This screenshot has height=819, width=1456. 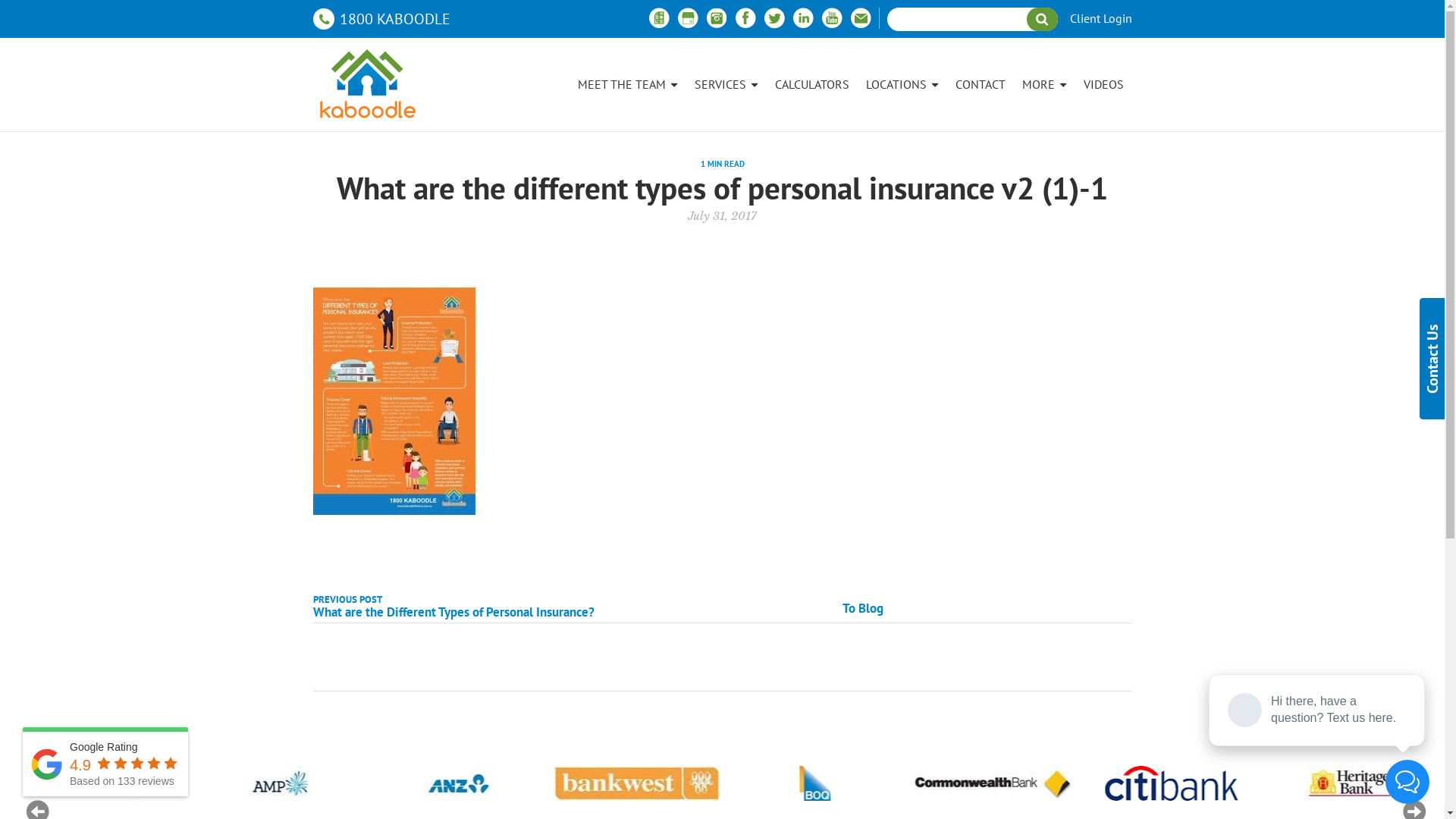 I want to click on 'To Blog', so click(x=841, y=607).